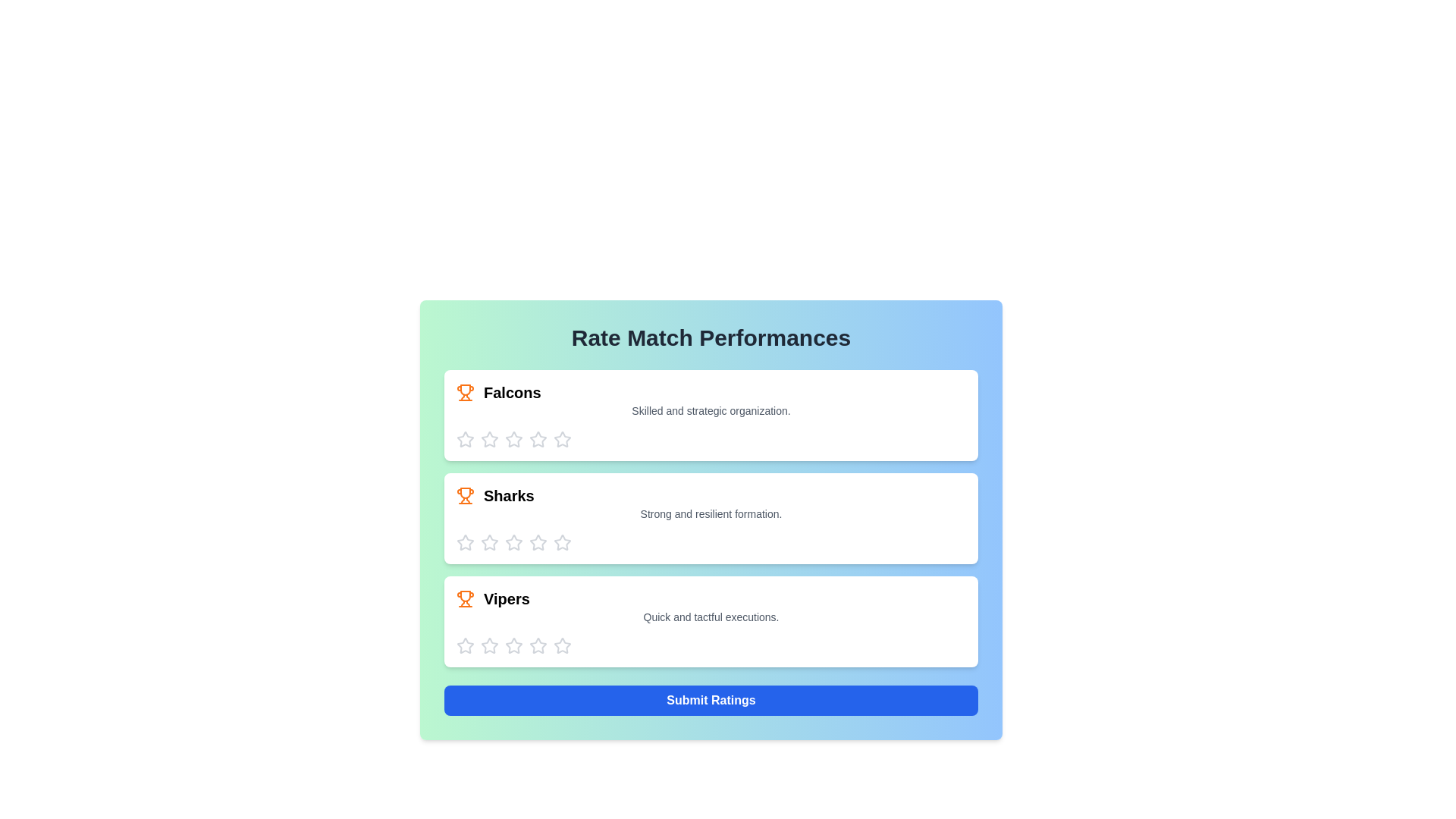 The image size is (1456, 819). Describe the element at coordinates (562, 646) in the screenshot. I see `the Vipers team's 5 star to set the rating` at that location.